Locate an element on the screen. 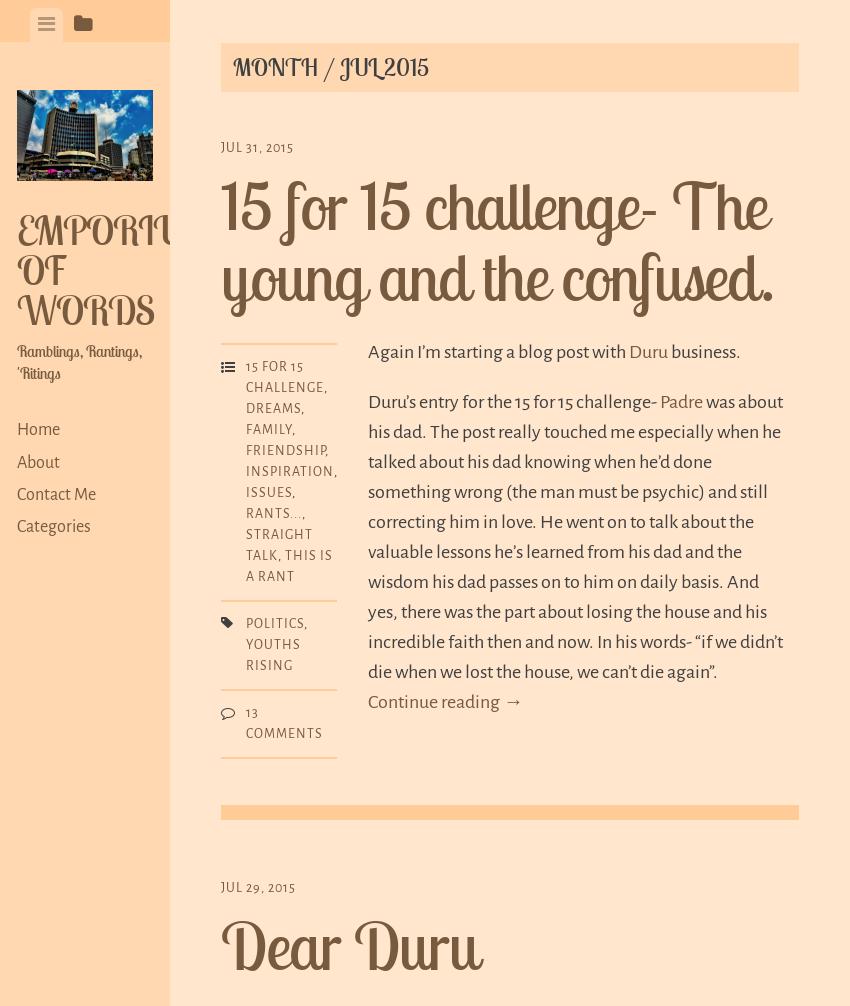 The height and width of the screenshot is (1006, 850). 'youths rising' is located at coordinates (272, 654).